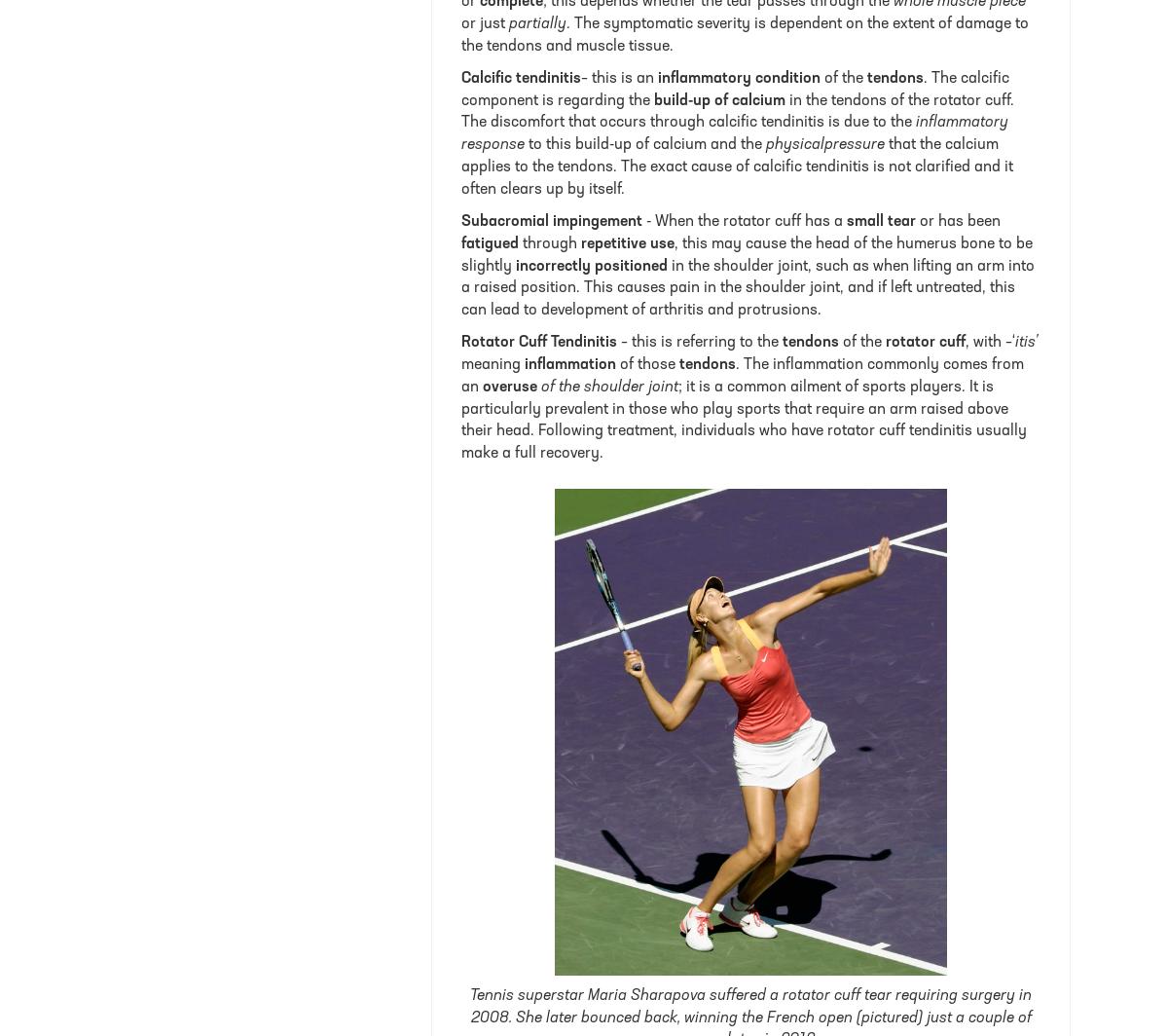 Image resolution: width=1168 pixels, height=1036 pixels. I want to click on 'in the shoulder joint, such as when lifting an arm into a raised position. This causes pain in the shoulder joint, and if left untreated, this can lead to development of arthritis and protrusions.', so click(747, 288).